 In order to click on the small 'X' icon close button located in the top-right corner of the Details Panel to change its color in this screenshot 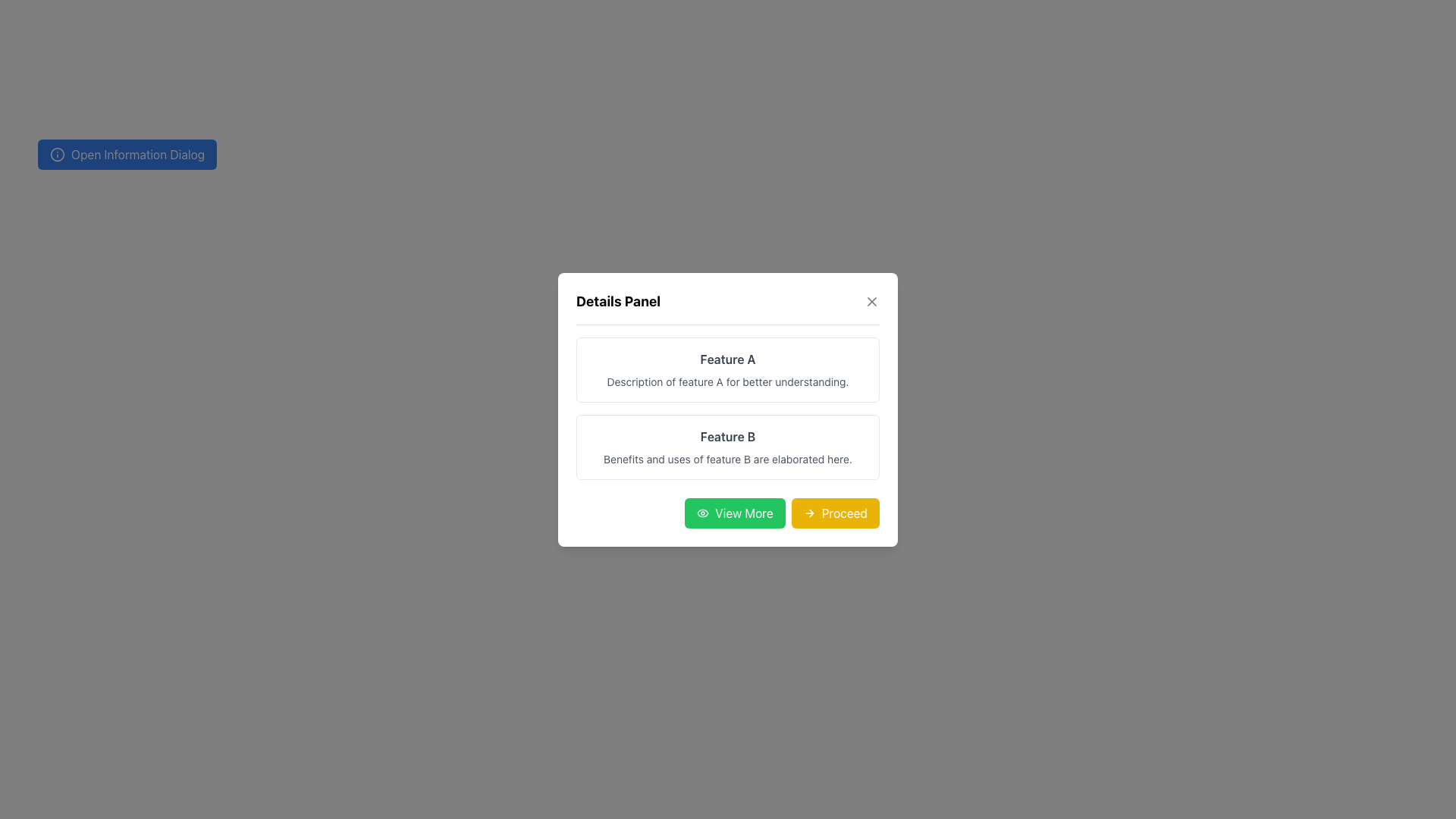, I will do `click(872, 301)`.